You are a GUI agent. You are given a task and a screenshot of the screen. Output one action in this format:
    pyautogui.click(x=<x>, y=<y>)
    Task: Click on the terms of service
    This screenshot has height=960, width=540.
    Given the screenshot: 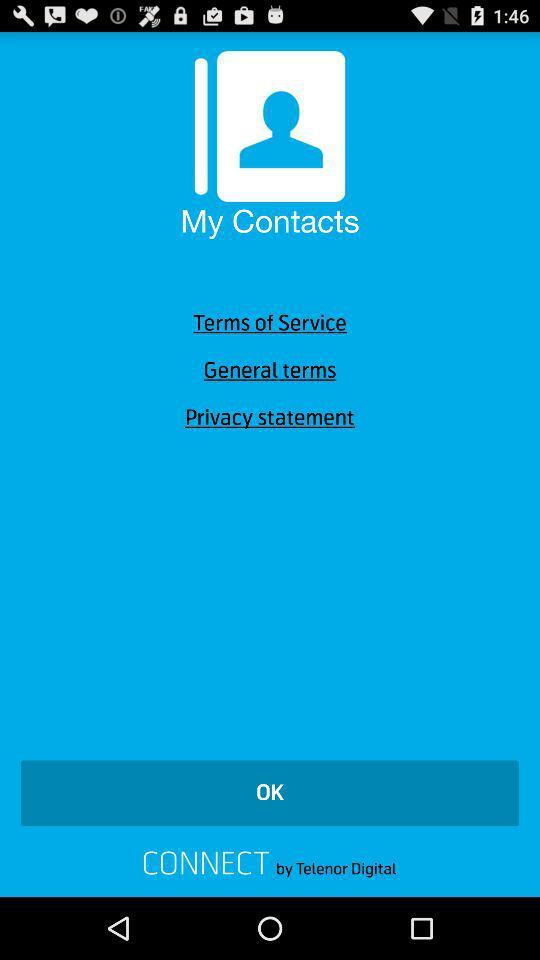 What is the action you would take?
    pyautogui.click(x=270, y=323)
    